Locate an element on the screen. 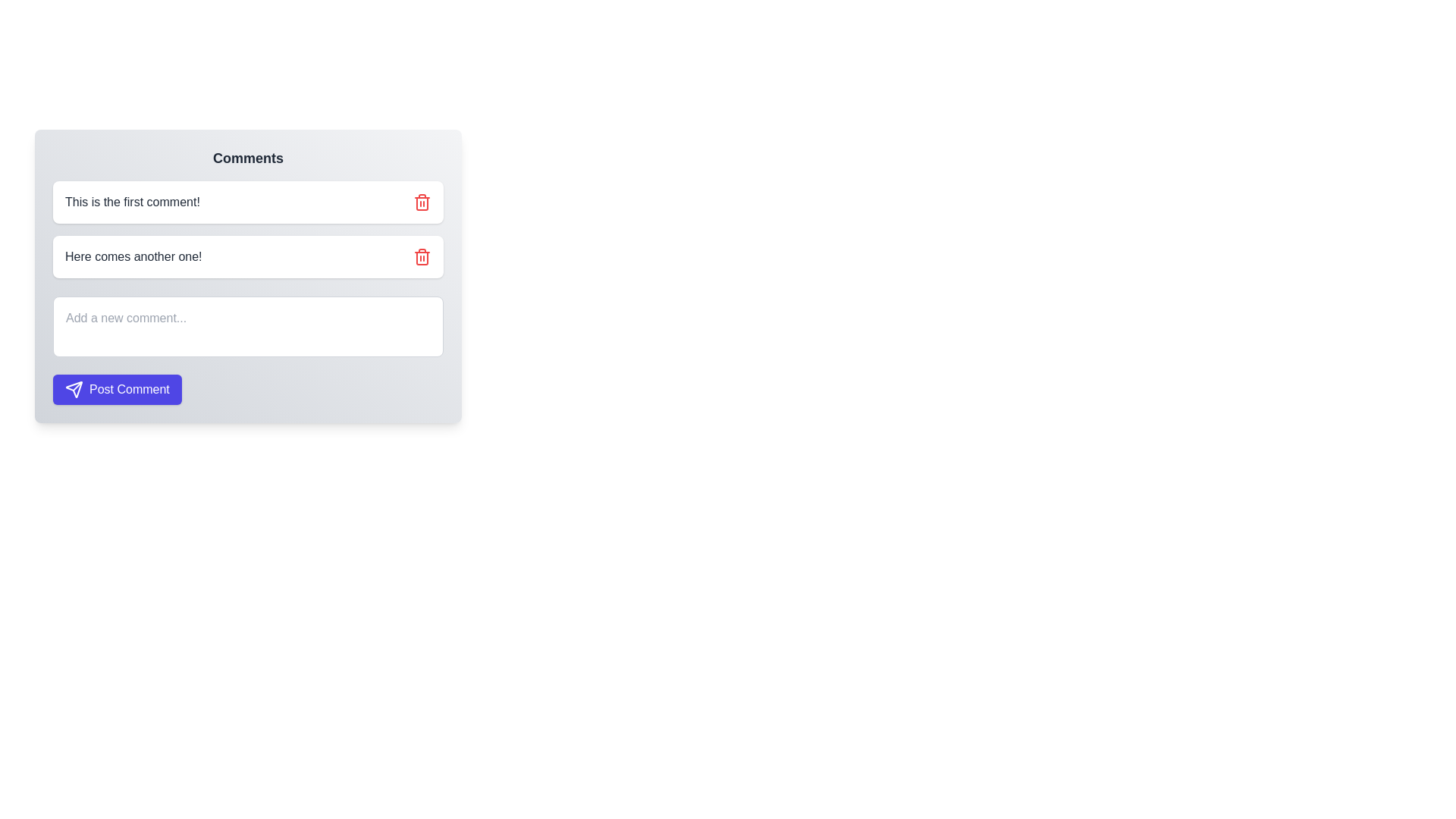 The width and height of the screenshot is (1456, 819). the 'send' icon within the 'Post Comment' button located in the bottom-left corner of the comments section to initiate the action is located at coordinates (73, 388).